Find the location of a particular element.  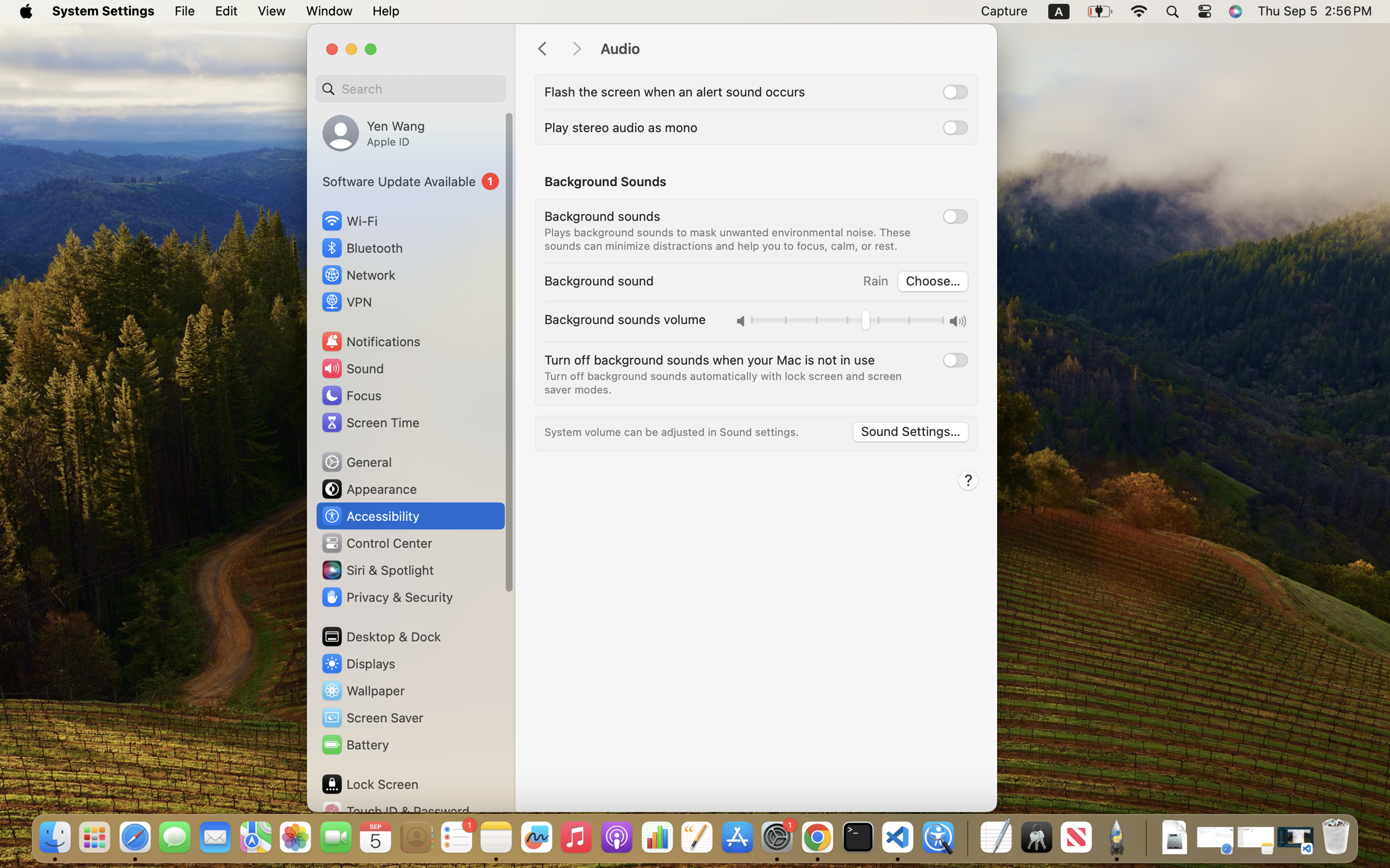

'Control Center' is located at coordinates (376, 543).